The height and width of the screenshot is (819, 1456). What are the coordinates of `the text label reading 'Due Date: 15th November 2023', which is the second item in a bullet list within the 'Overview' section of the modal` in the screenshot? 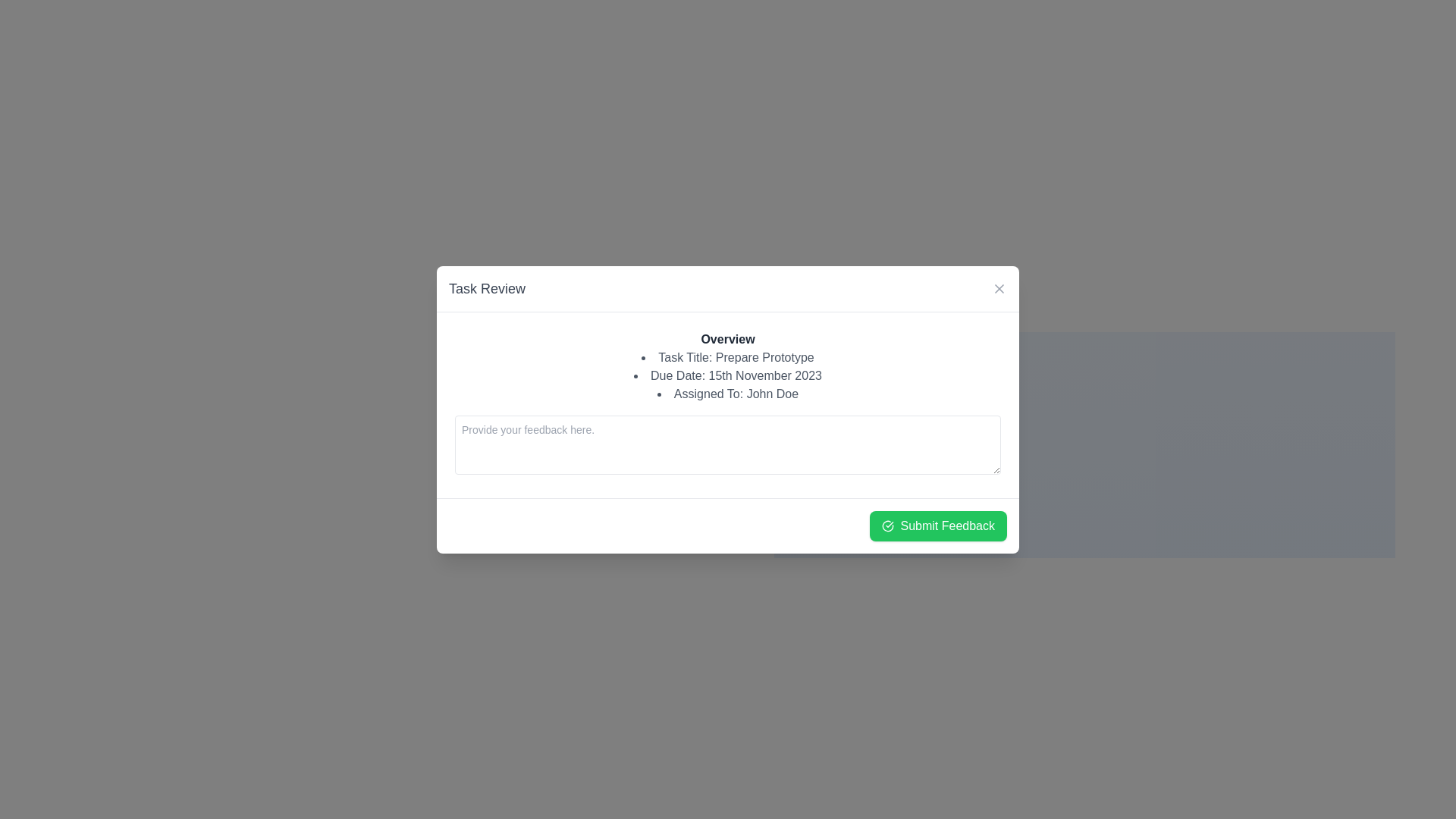 It's located at (728, 375).